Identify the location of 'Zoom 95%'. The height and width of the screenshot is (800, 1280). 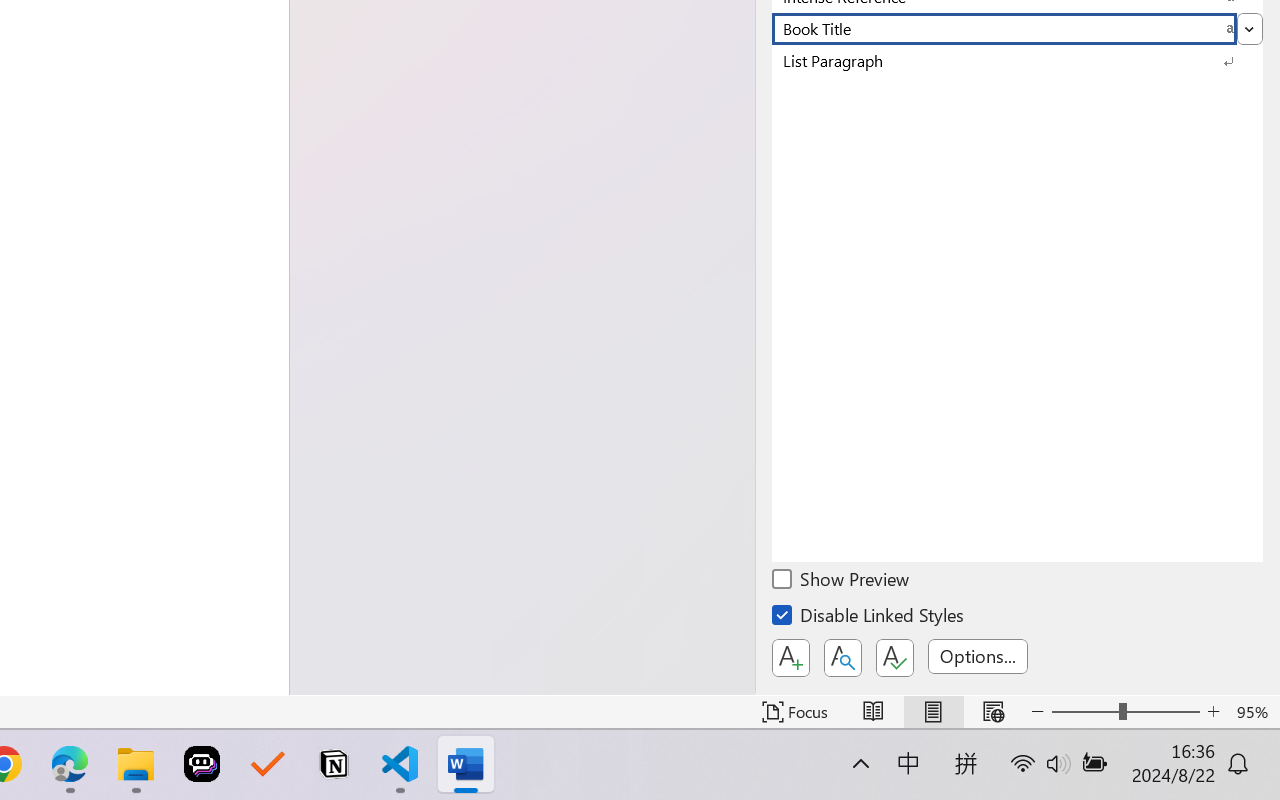
(1252, 711).